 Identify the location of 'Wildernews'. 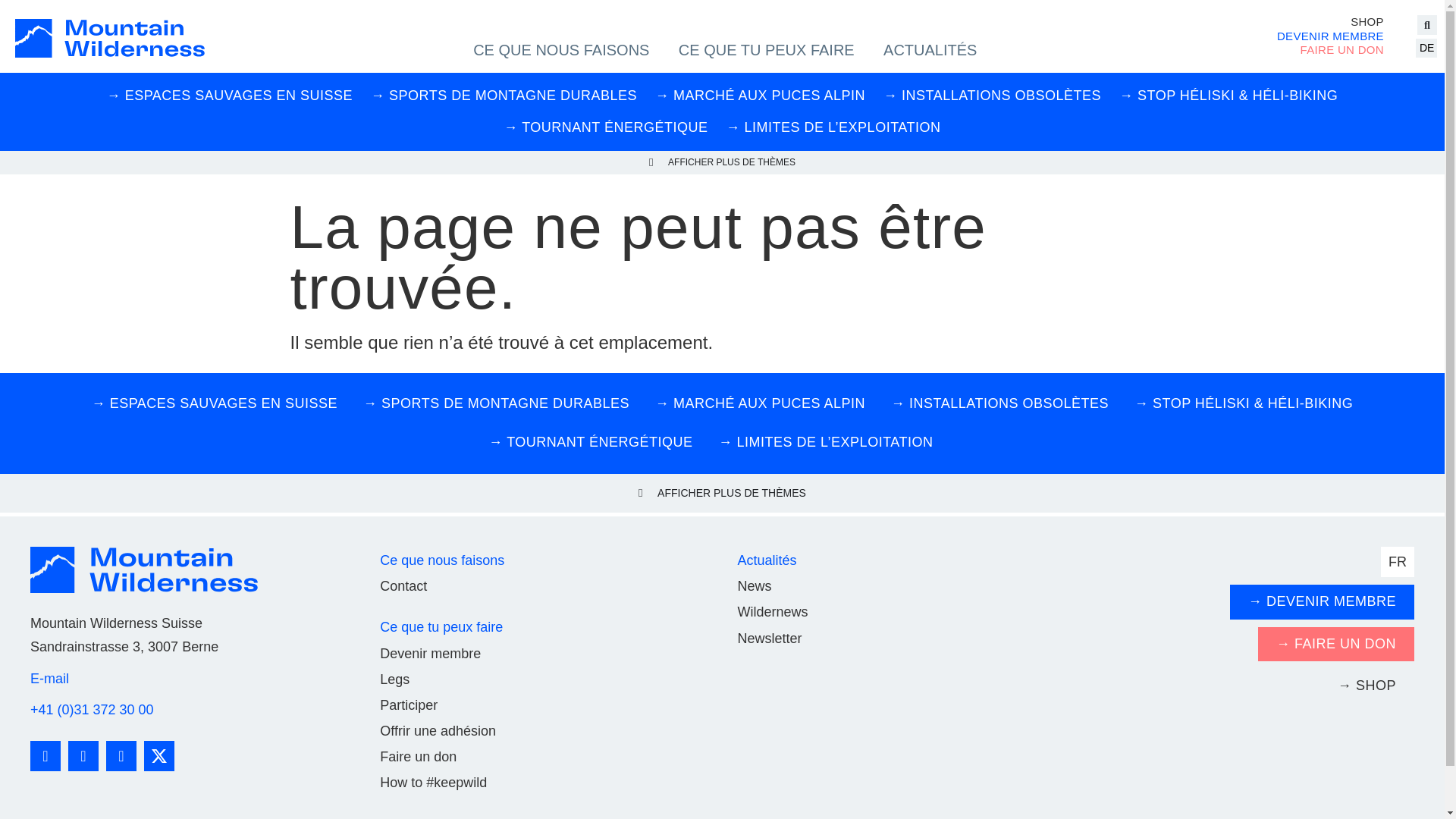
(772, 610).